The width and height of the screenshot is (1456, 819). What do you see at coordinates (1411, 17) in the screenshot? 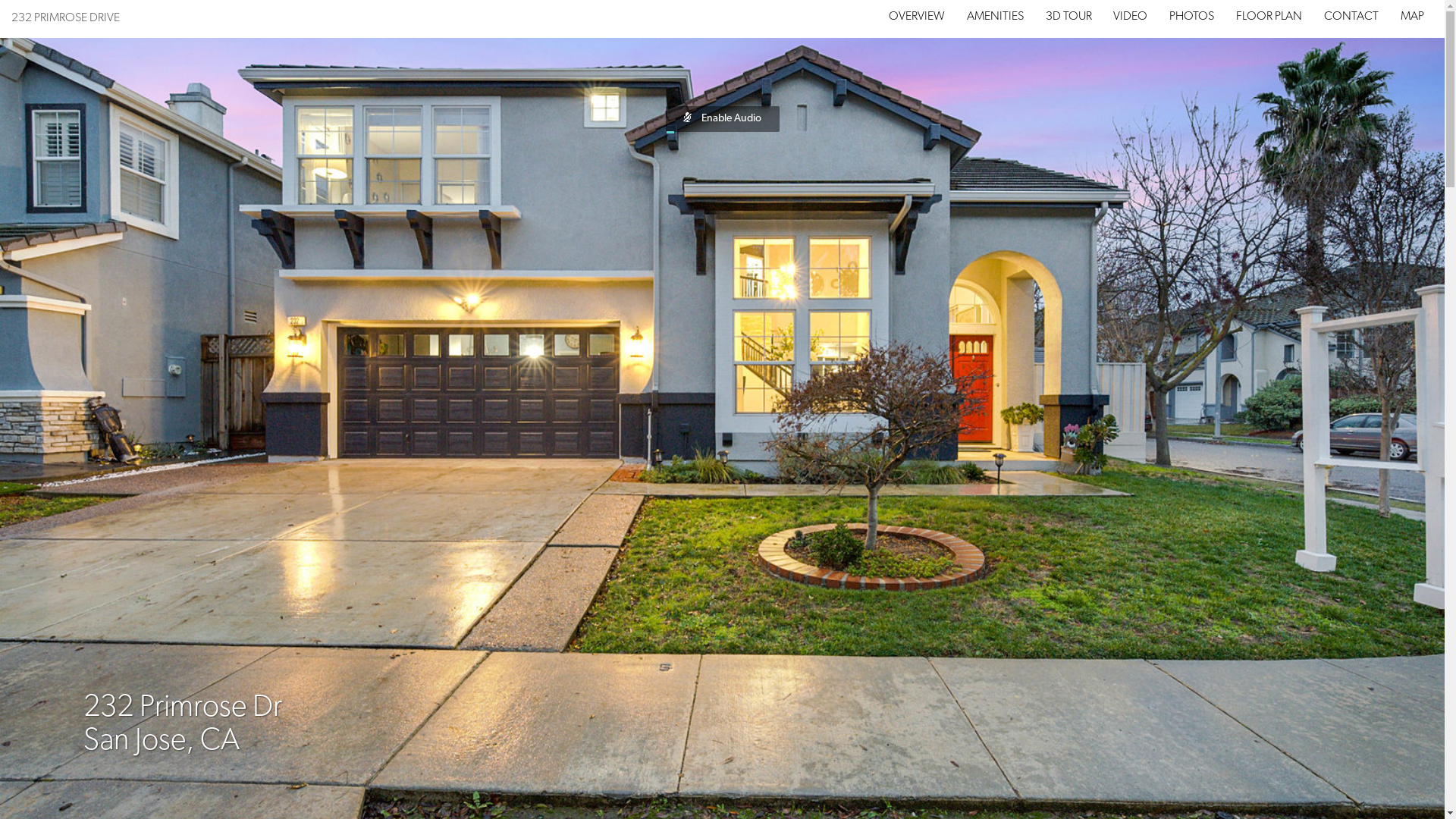
I see `'MAP'` at bounding box center [1411, 17].